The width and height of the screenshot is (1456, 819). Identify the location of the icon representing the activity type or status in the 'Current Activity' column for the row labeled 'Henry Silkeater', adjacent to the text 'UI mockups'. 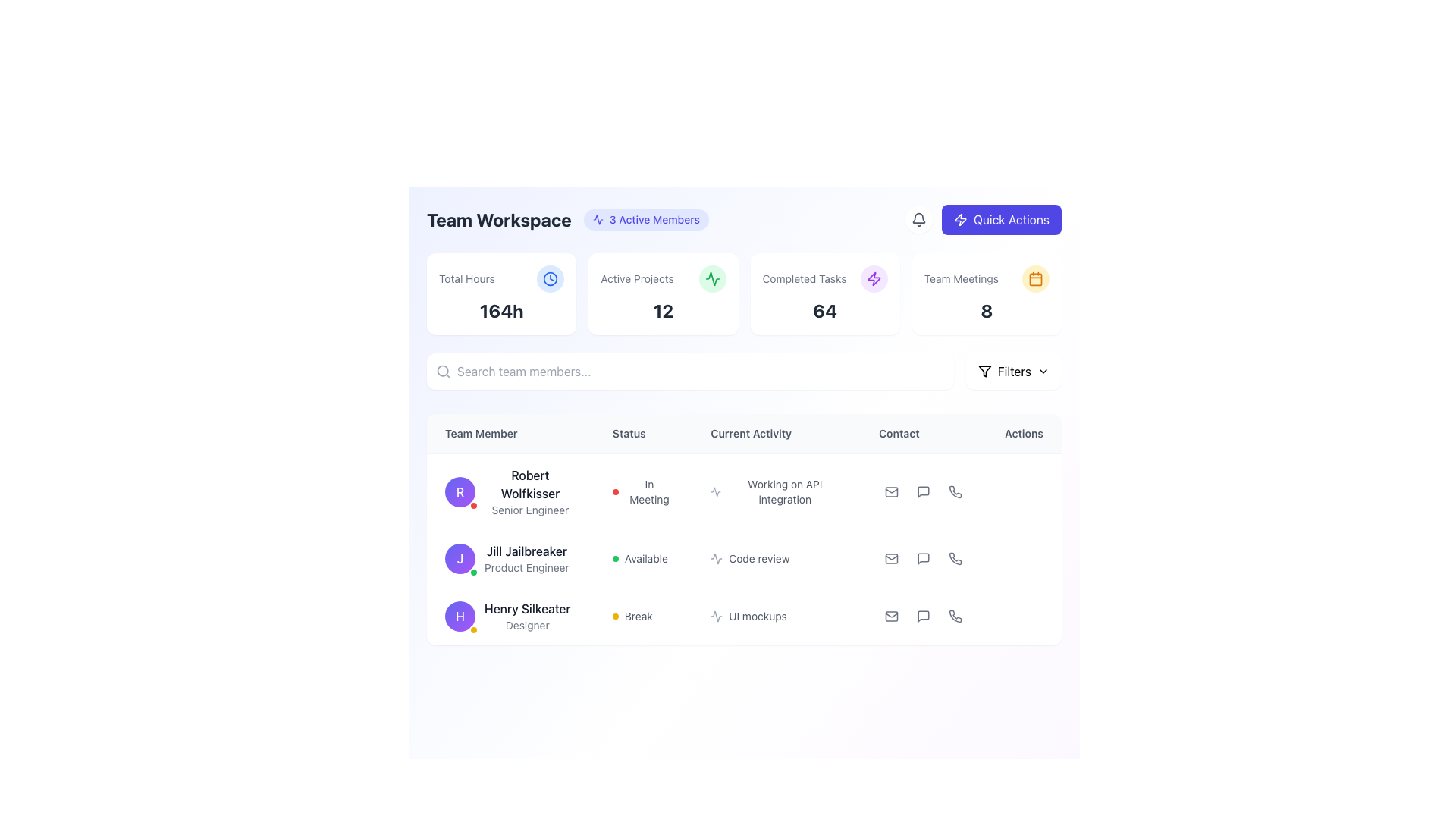
(716, 617).